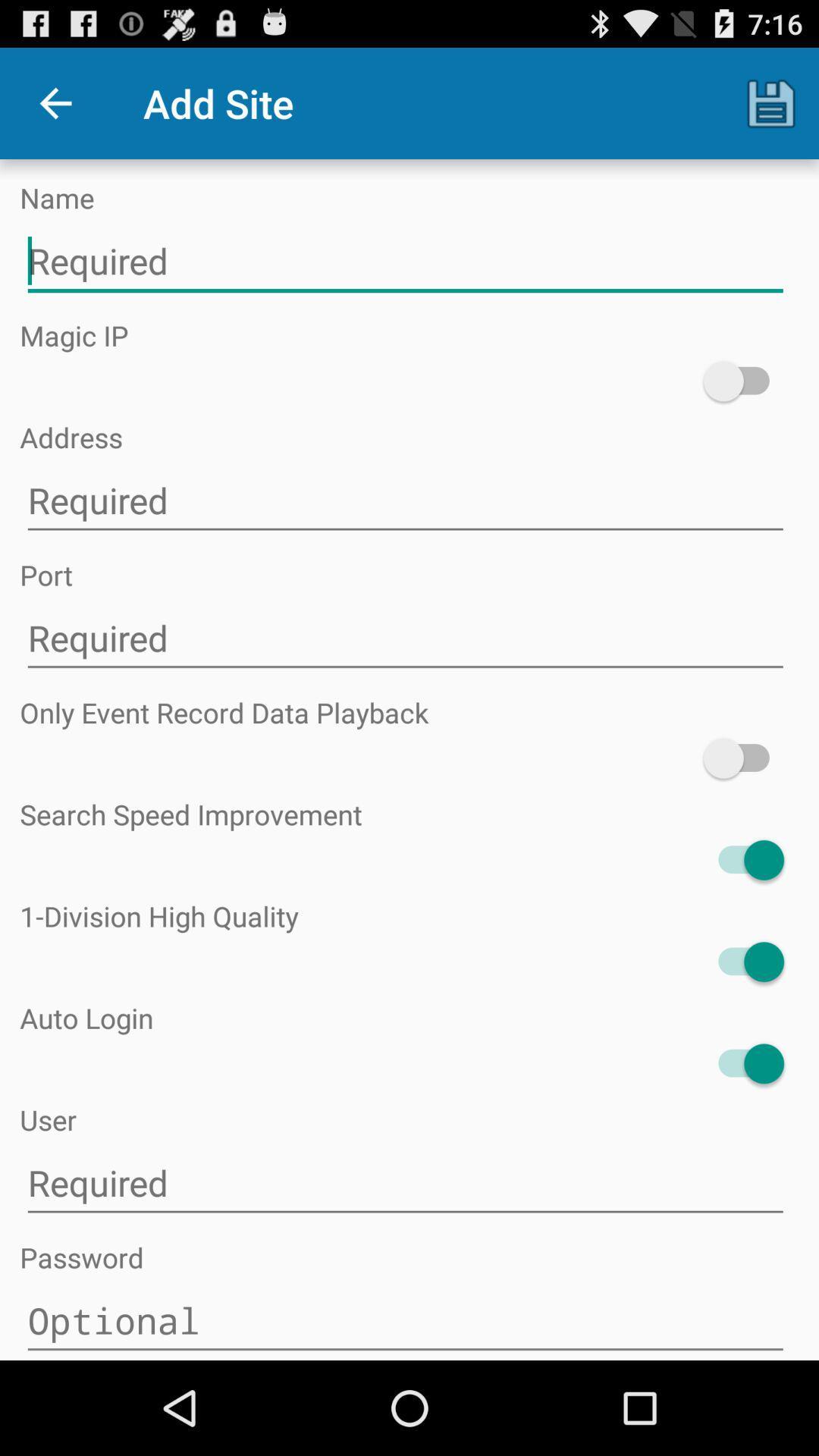 The width and height of the screenshot is (819, 1456). I want to click on the app to the left of the add site icon, so click(55, 102).